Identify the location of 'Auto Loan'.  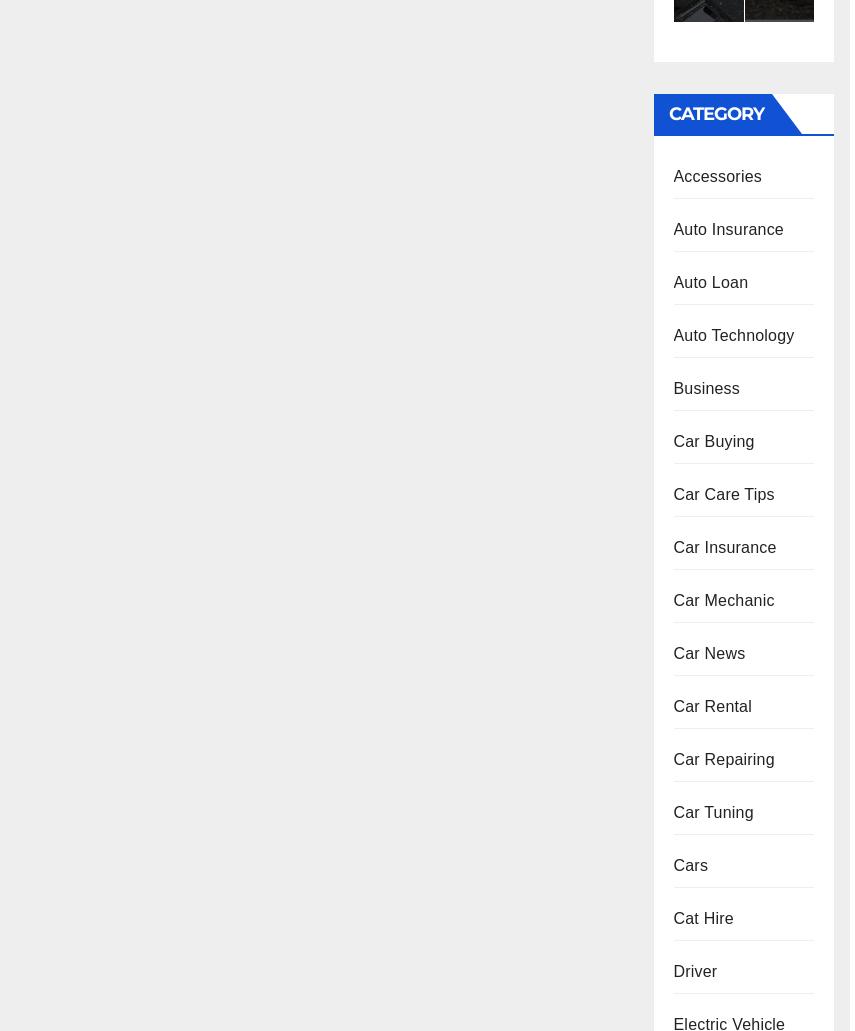
(709, 282).